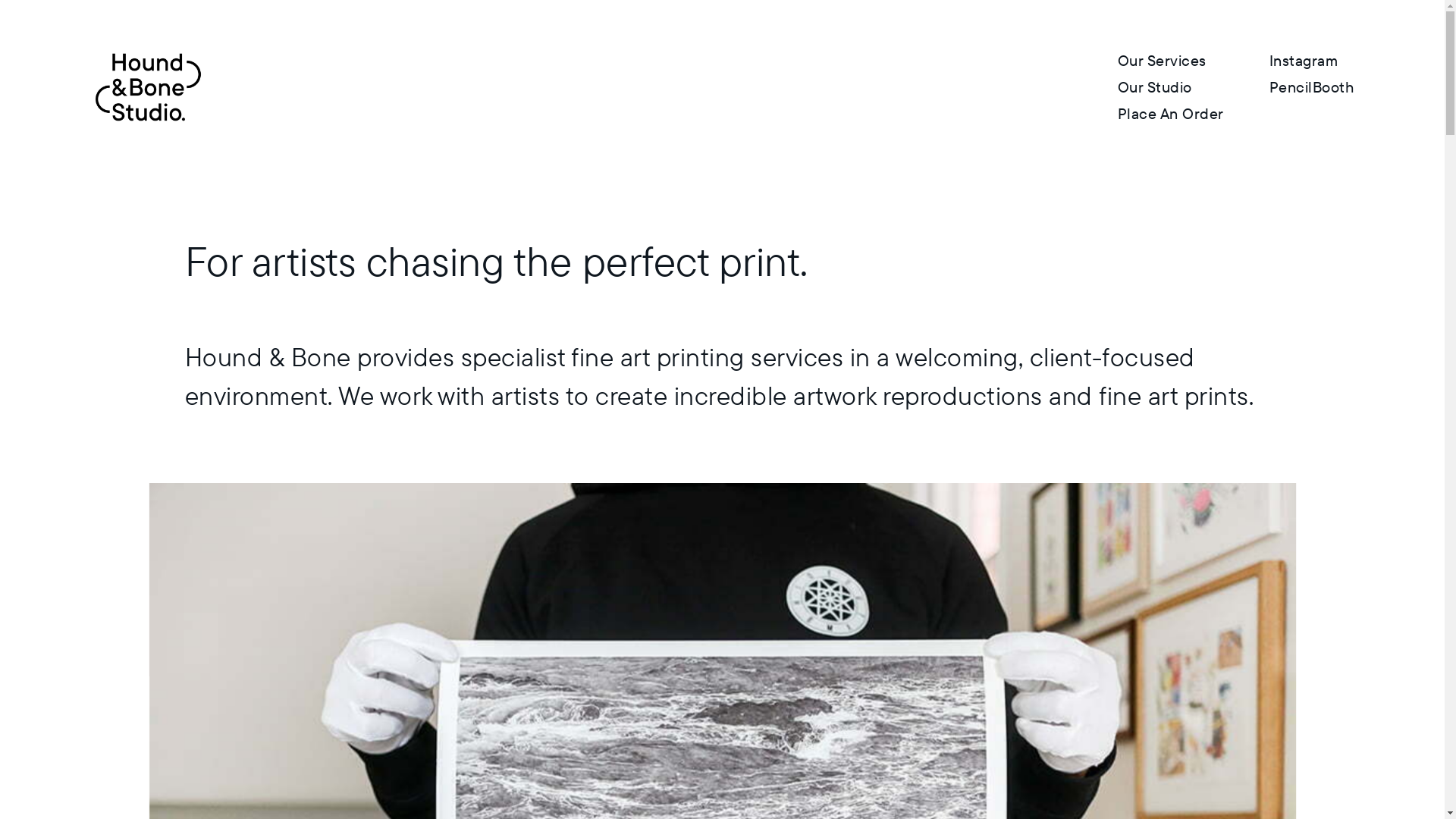 The height and width of the screenshot is (819, 1456). What do you see at coordinates (1153, 87) in the screenshot?
I see `'Our Studio'` at bounding box center [1153, 87].